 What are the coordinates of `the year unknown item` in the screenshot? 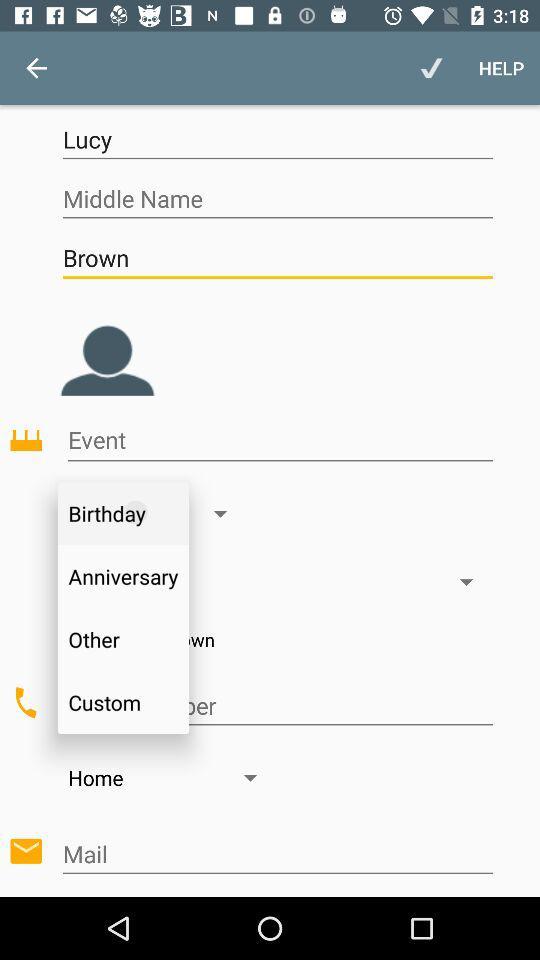 It's located at (276, 638).